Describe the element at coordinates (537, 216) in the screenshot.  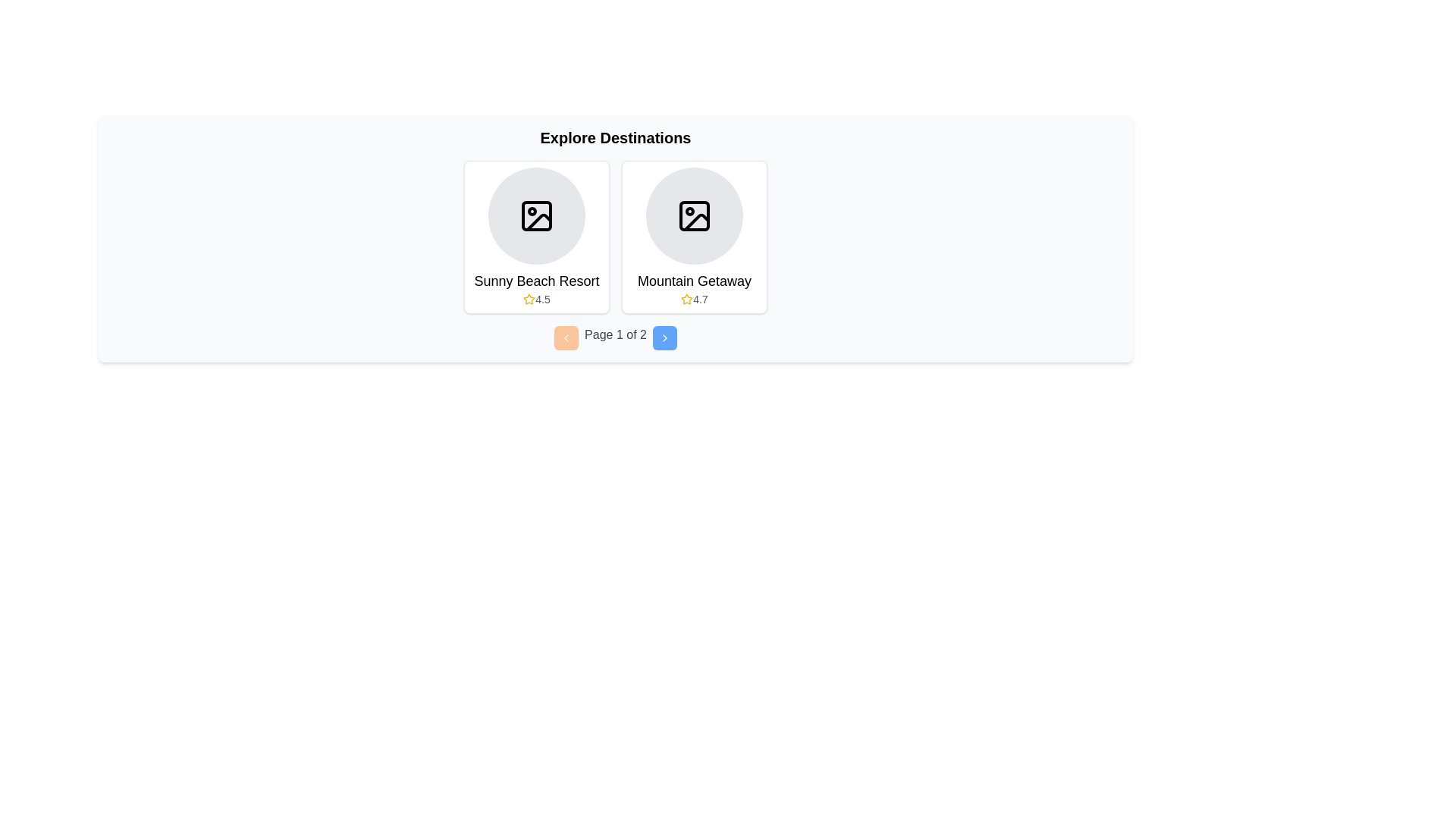
I see `the circular image placeholder with a light gray background and a black outlined 'image' icon, located at the top of the 'Sunny Beach Resort' card in the 'Explore Destinations' grid` at that location.